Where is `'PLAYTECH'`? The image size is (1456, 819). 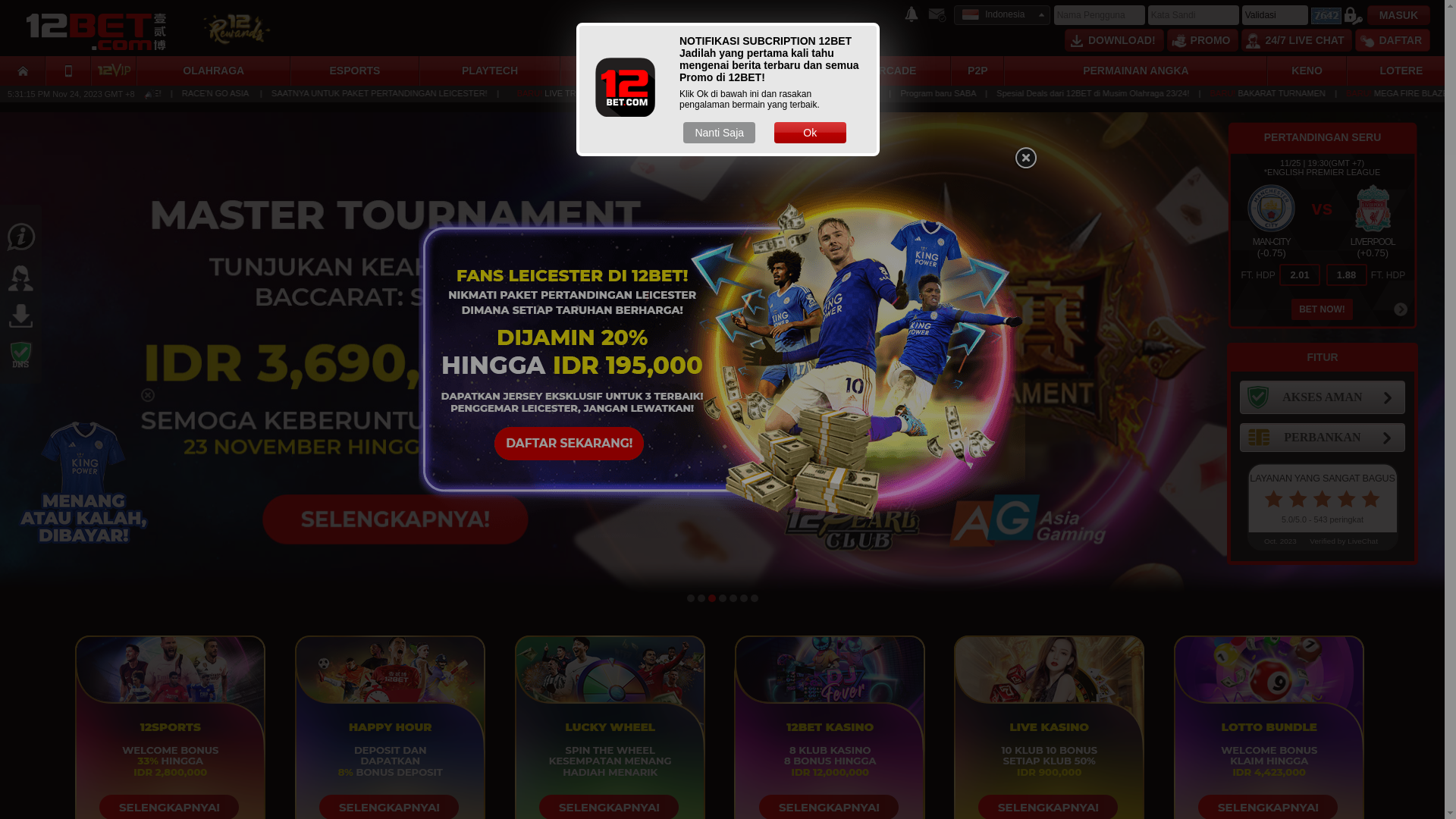 'PLAYTECH' is located at coordinates (490, 71).